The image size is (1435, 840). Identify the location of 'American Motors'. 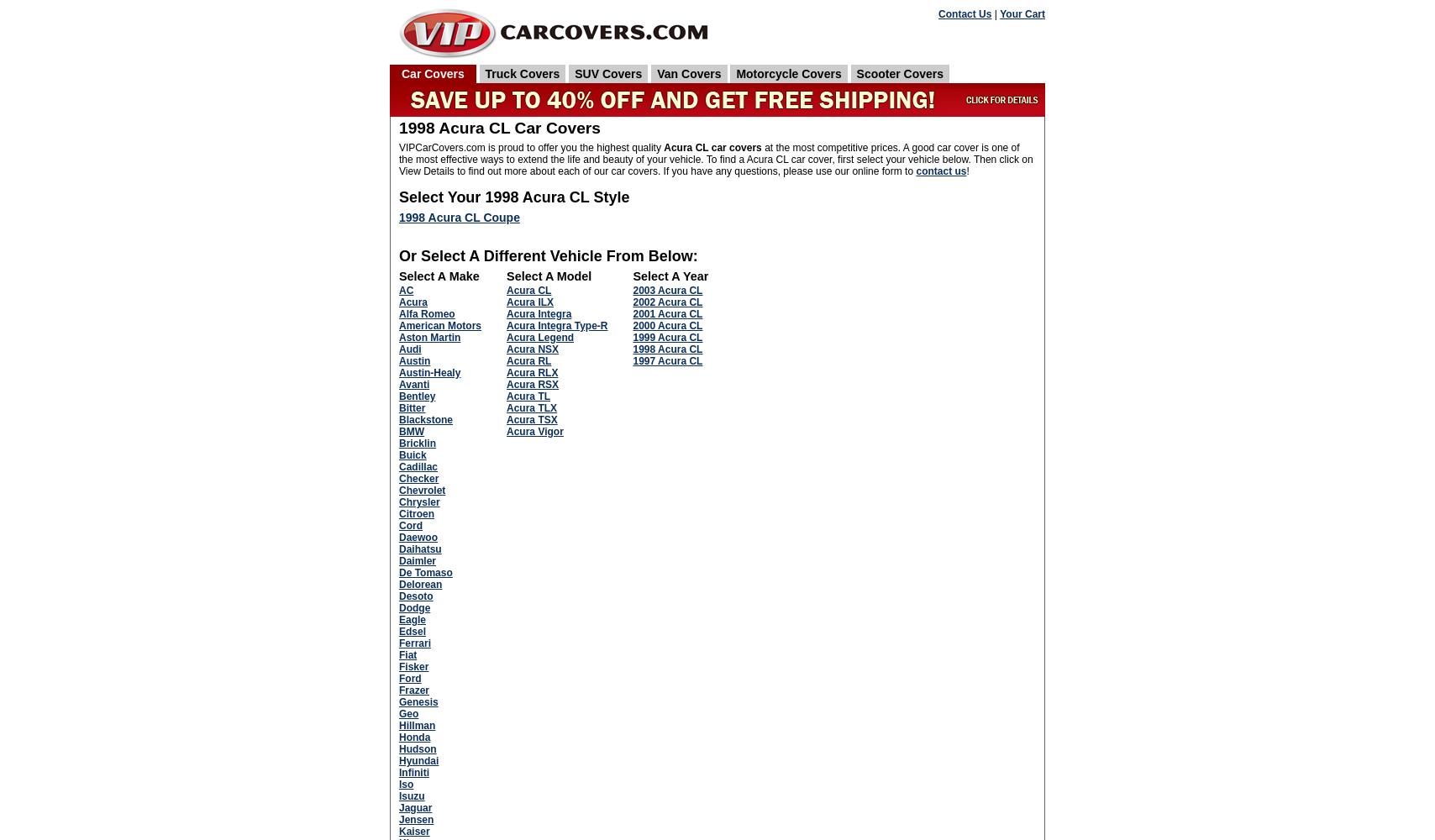
(440, 325).